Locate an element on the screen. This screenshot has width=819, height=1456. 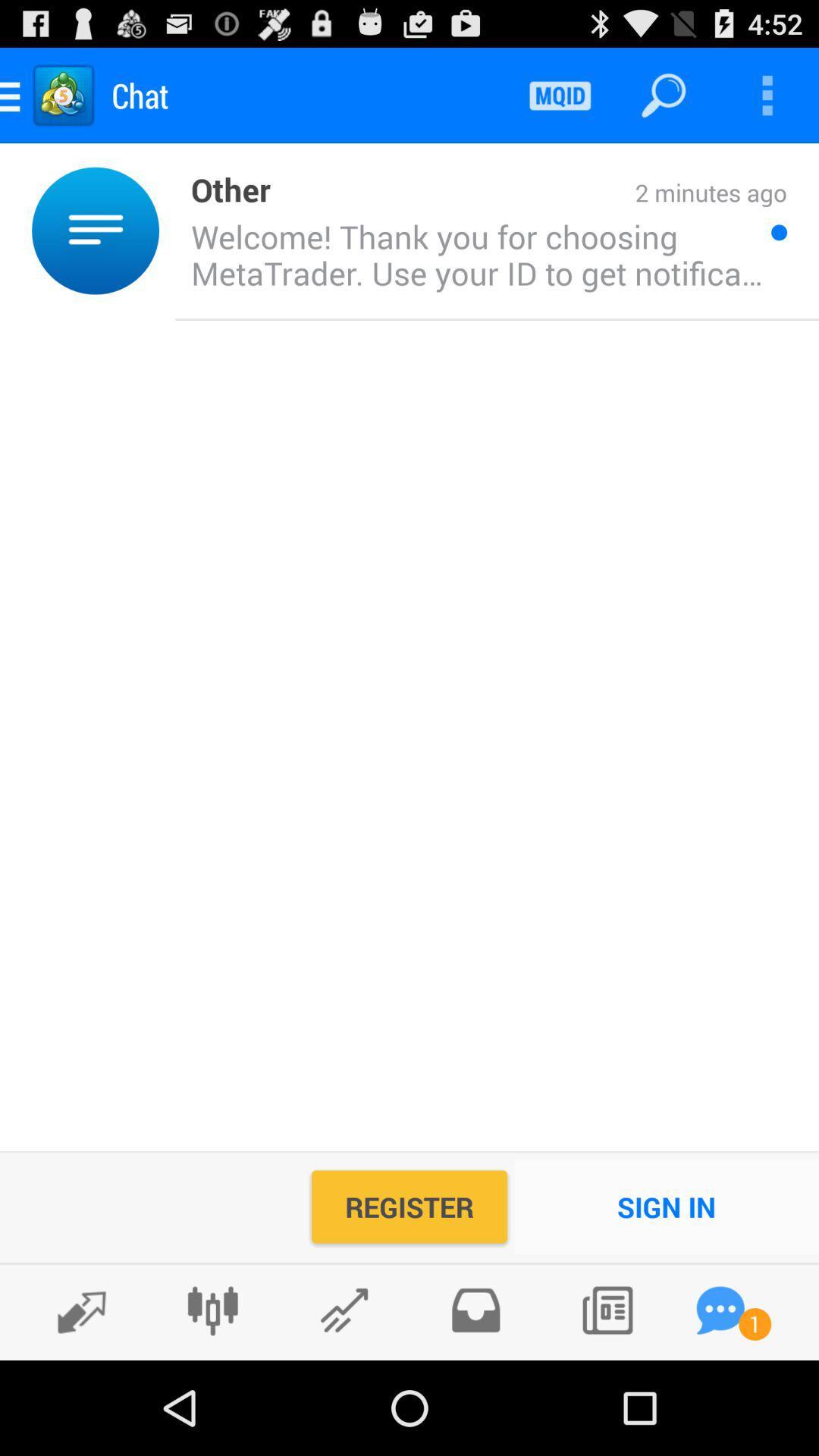
the icon next to the other icon is located at coordinates (528, 193).